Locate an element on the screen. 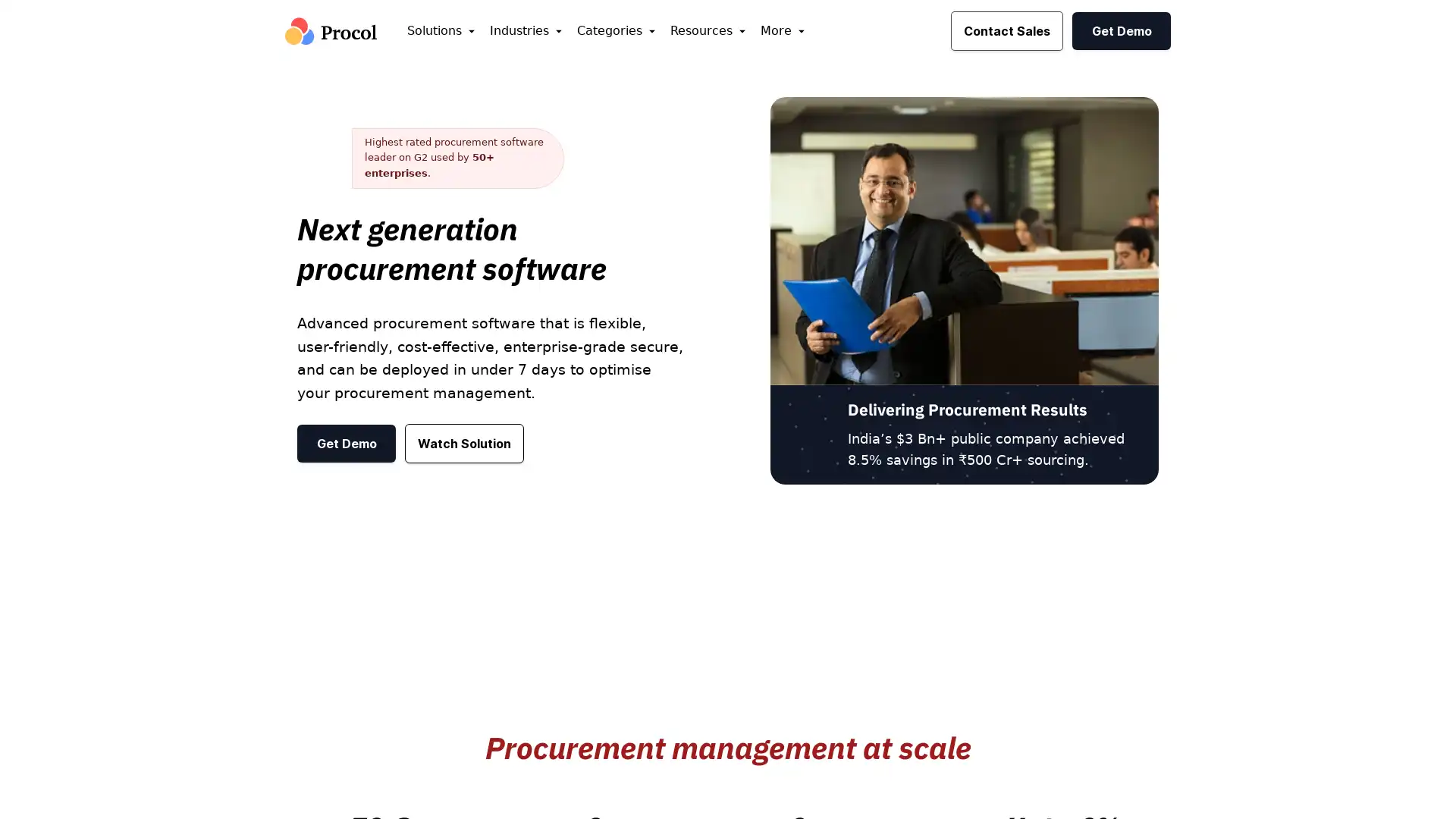  Watch Solution is located at coordinates (463, 442).